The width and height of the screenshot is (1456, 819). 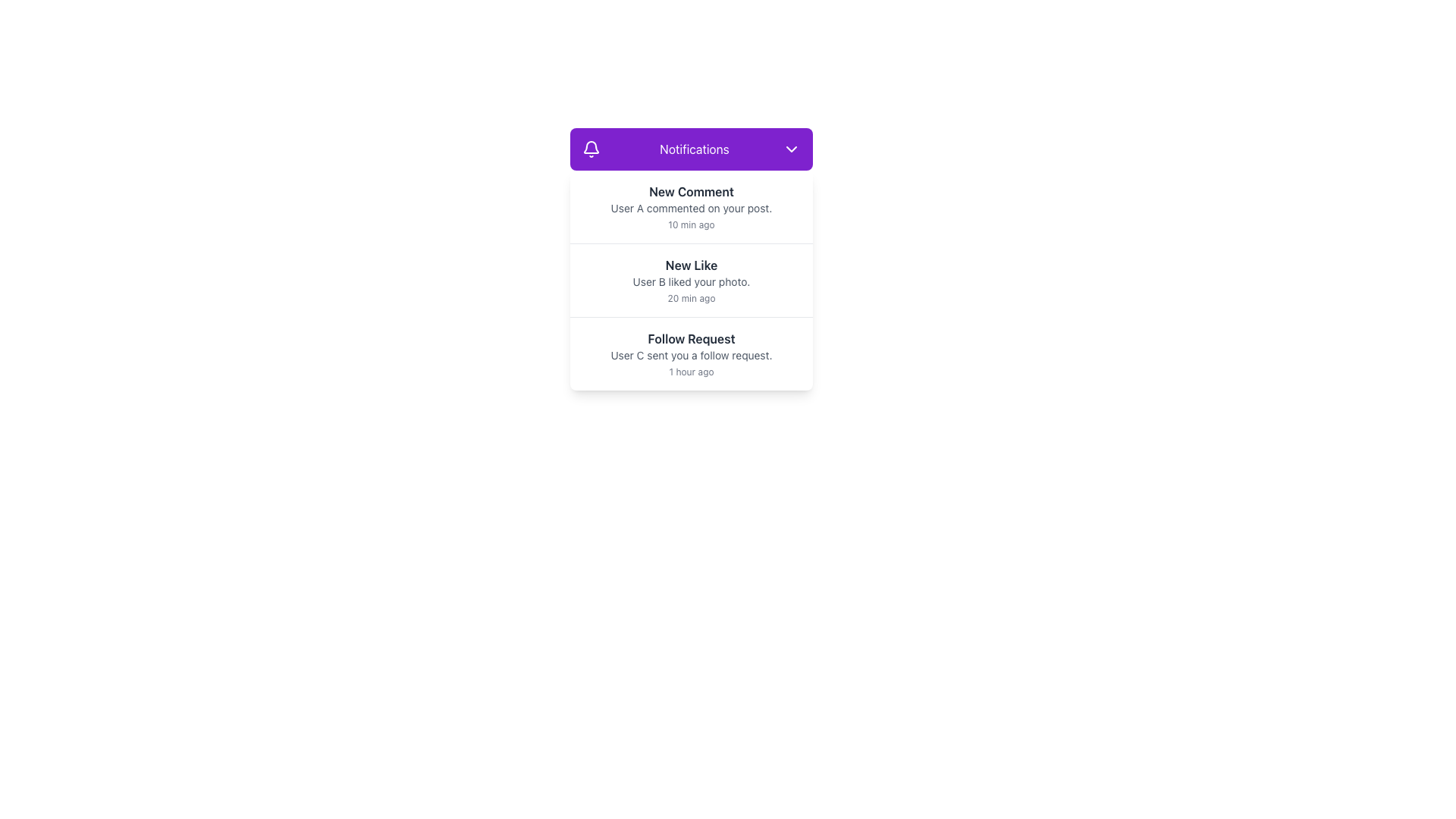 I want to click on the first notification card in the Notifications list, so click(x=691, y=207).